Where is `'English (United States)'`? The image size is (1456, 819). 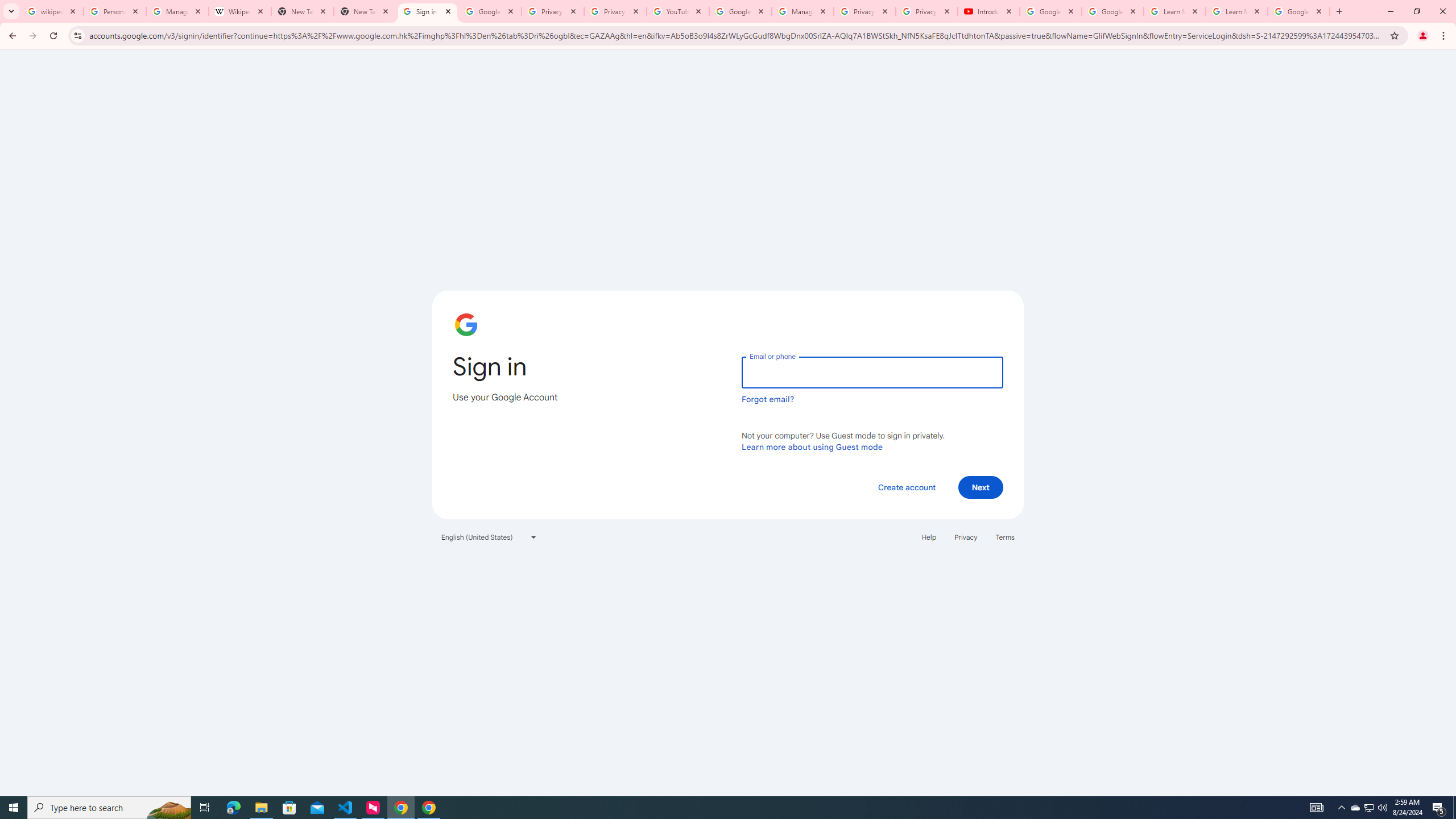
'English (United States)' is located at coordinates (489, 536).